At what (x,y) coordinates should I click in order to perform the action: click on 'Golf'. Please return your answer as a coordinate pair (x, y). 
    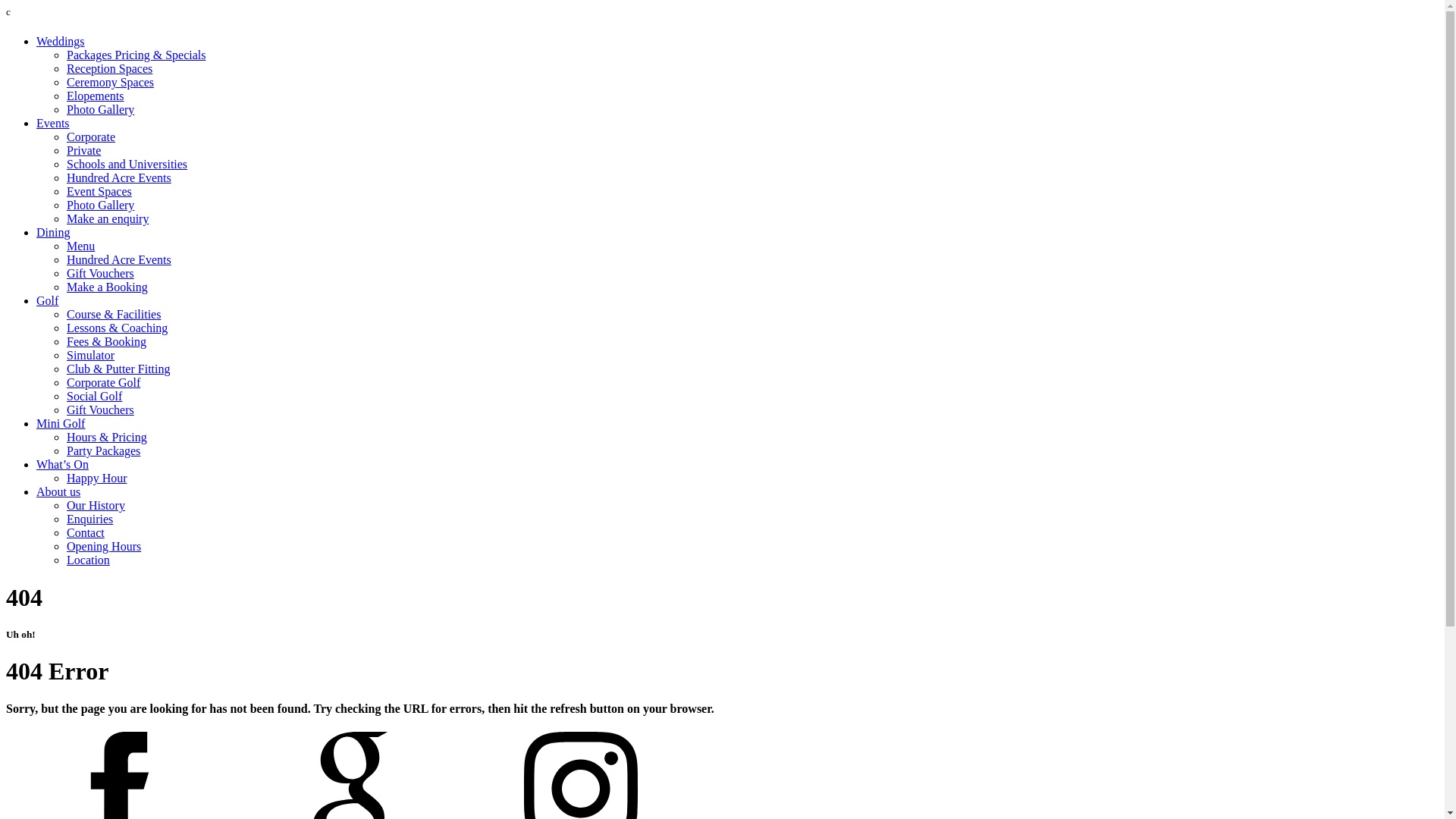
    Looking at the image, I should click on (47, 300).